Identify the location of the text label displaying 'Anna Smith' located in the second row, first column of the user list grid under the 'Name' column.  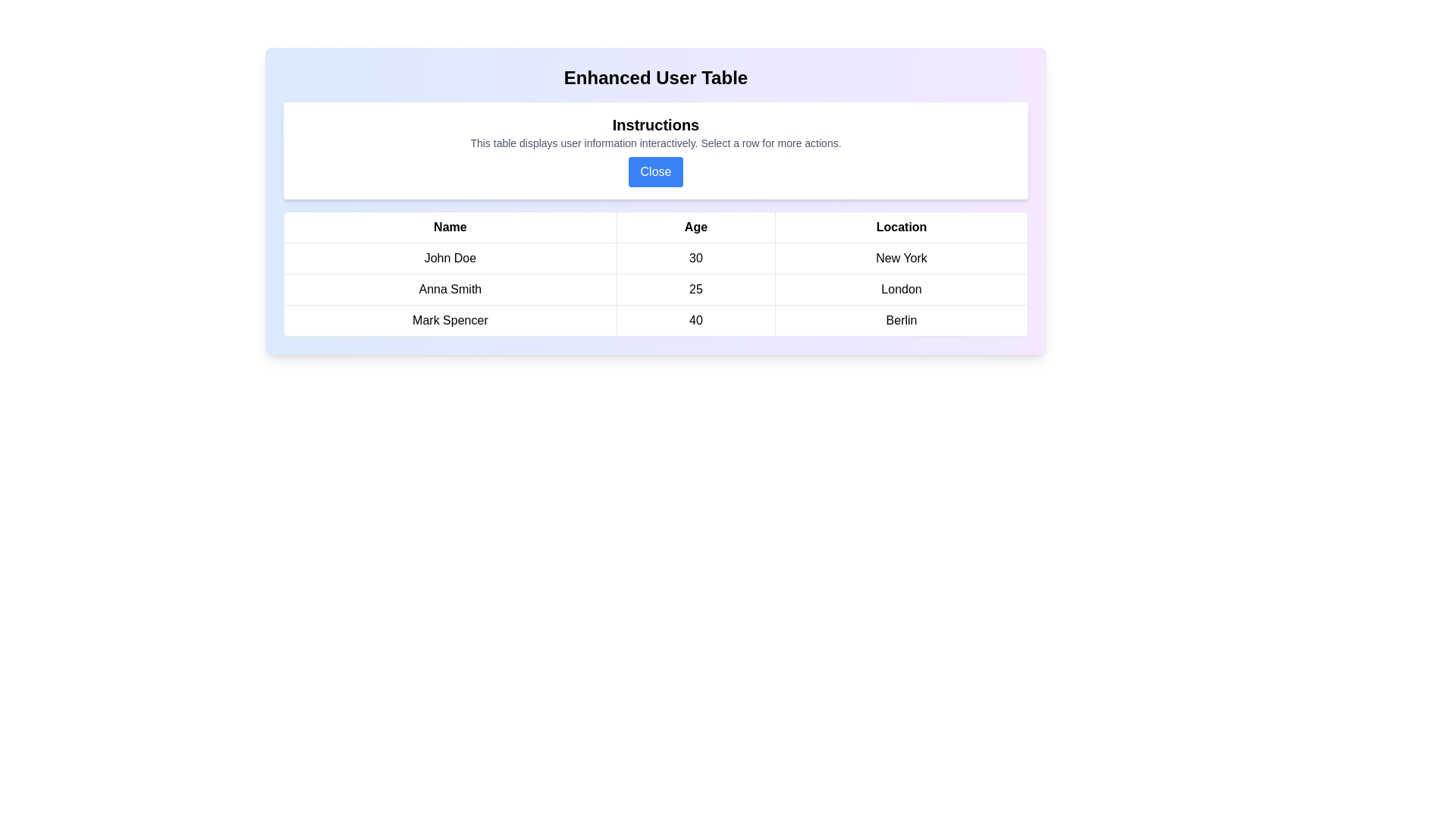
(449, 289).